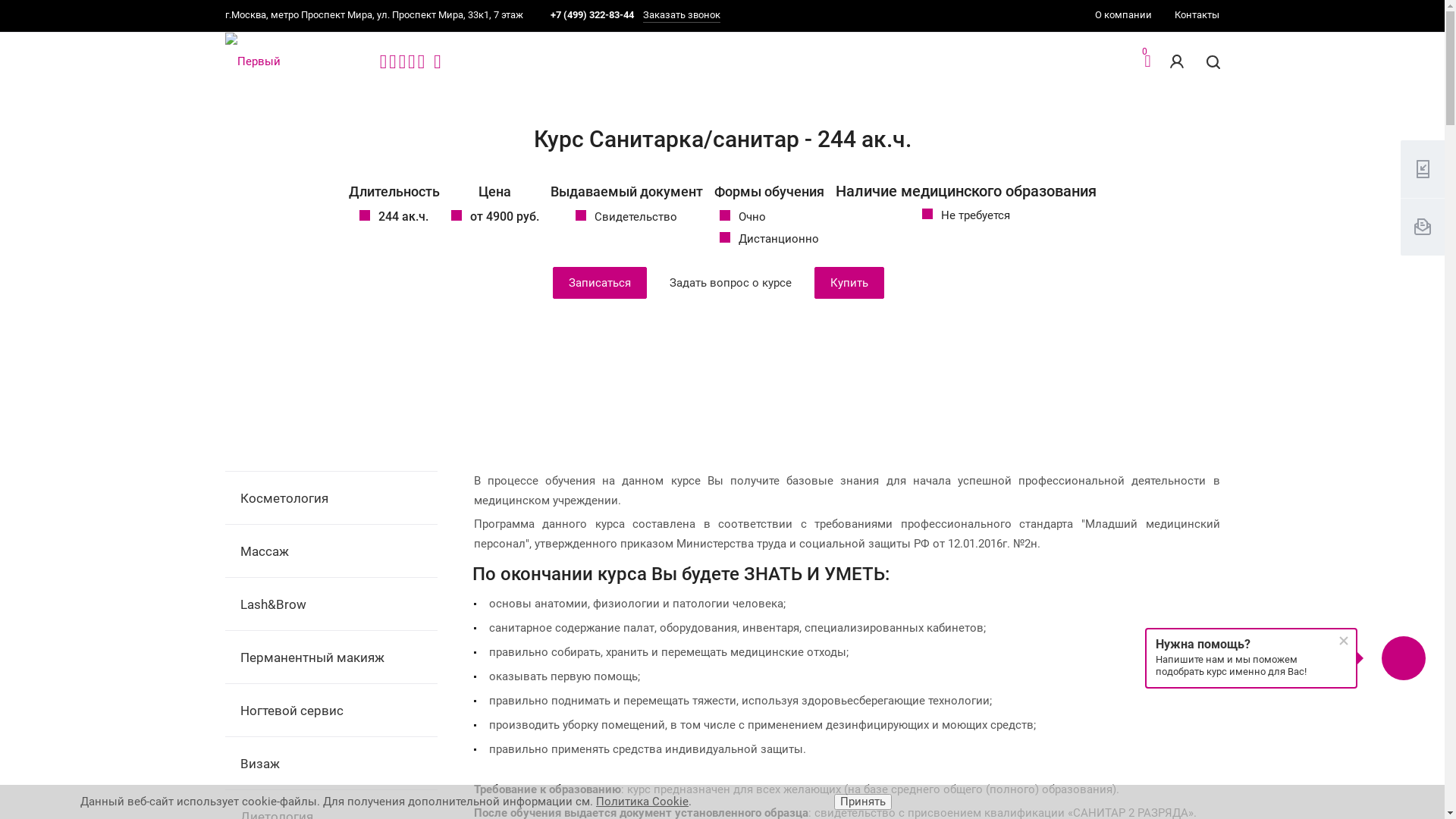  Describe the element at coordinates (1147, 62) in the screenshot. I see `'0'` at that location.